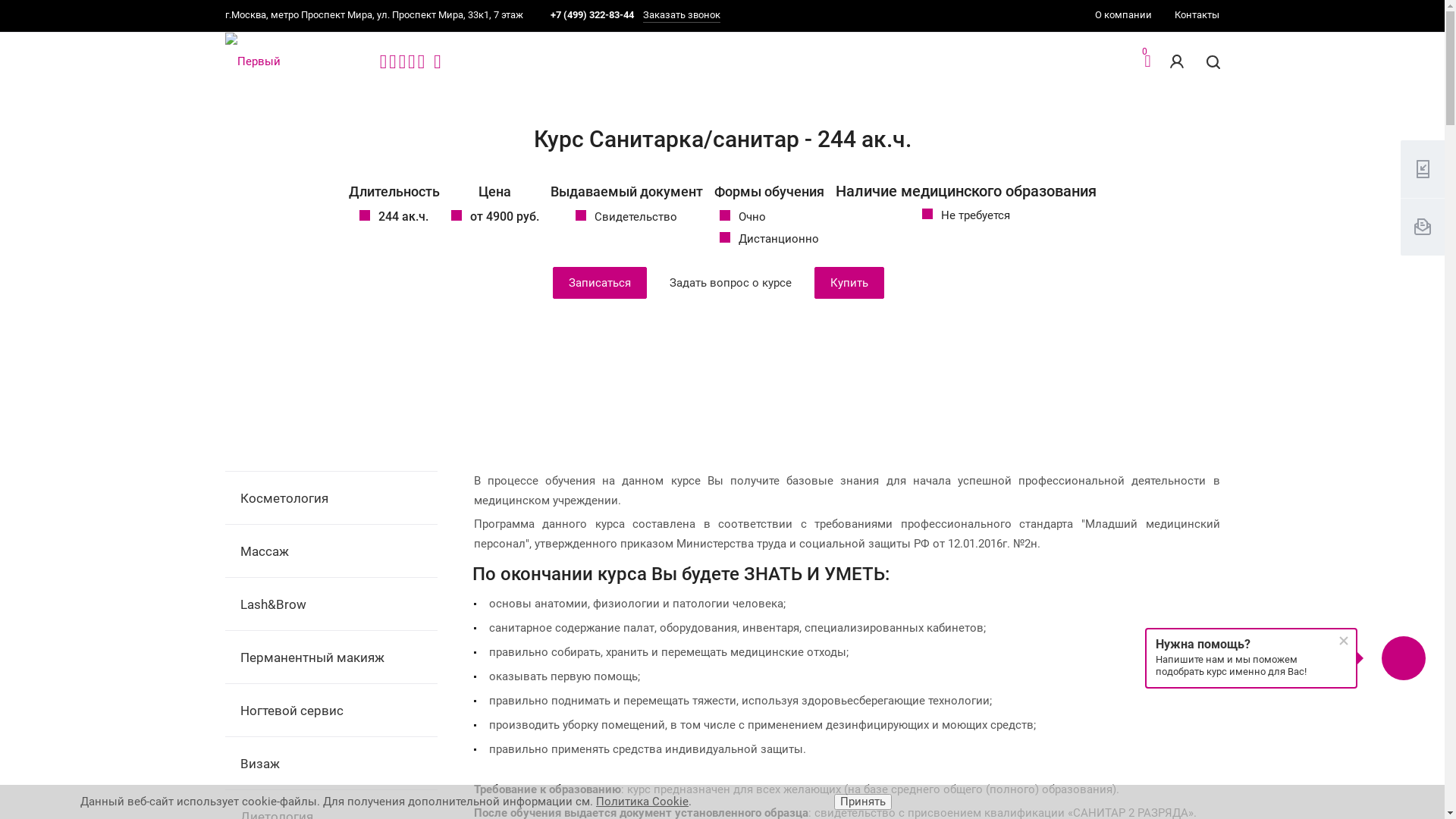  Describe the element at coordinates (1147, 62) in the screenshot. I see `'0'` at that location.